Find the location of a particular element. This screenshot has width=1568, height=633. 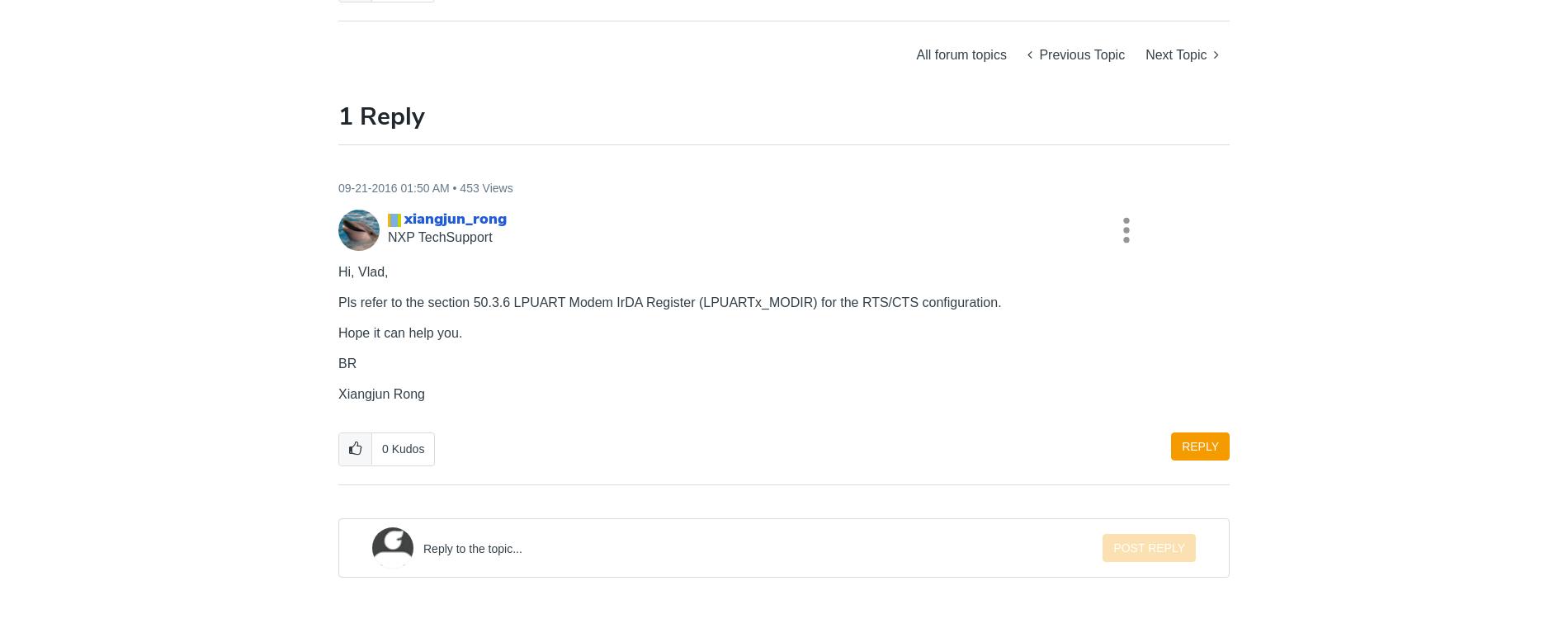

'Hope it can help you.' is located at coordinates (400, 333).